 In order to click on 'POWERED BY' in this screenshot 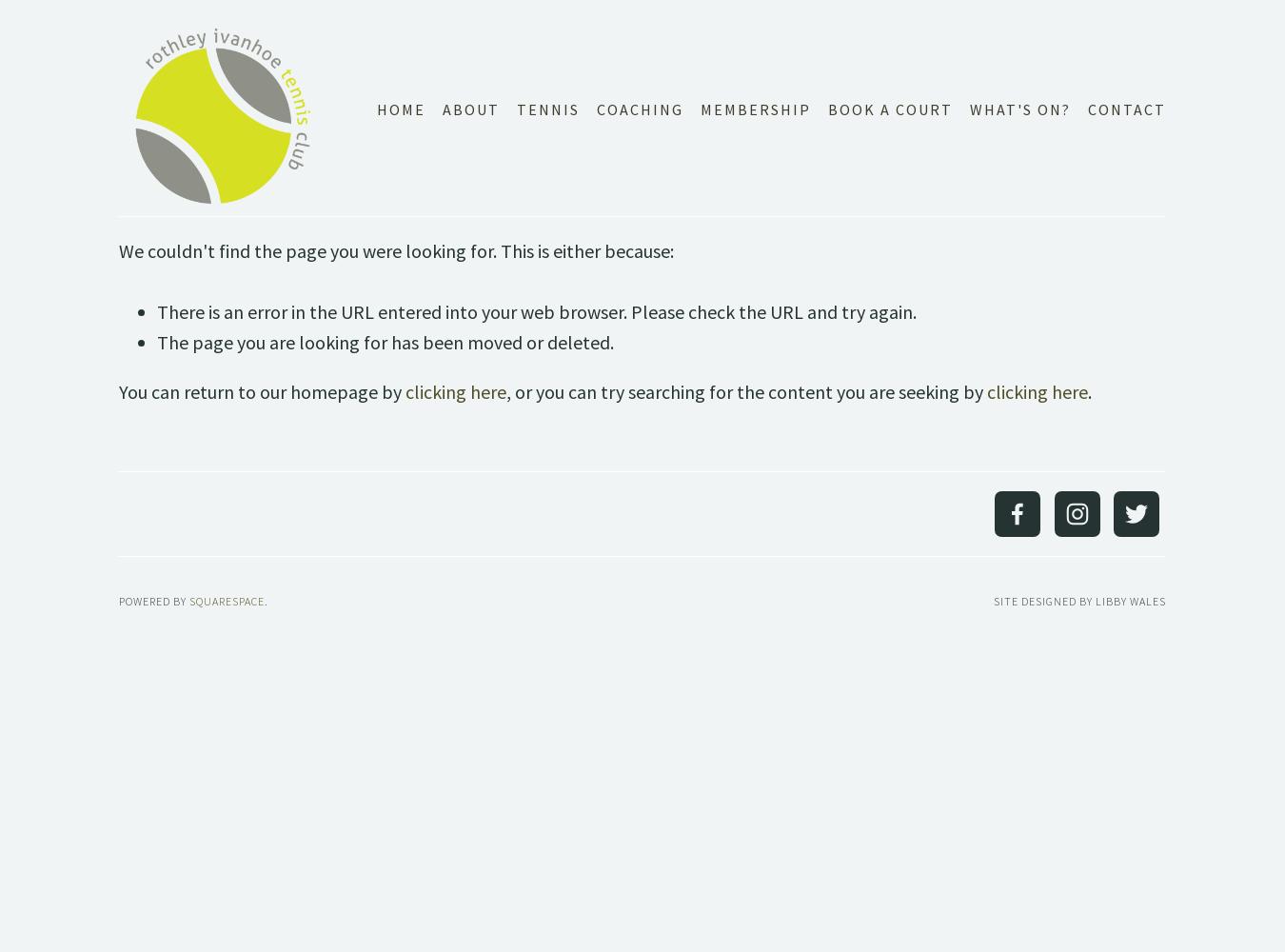, I will do `click(154, 600)`.